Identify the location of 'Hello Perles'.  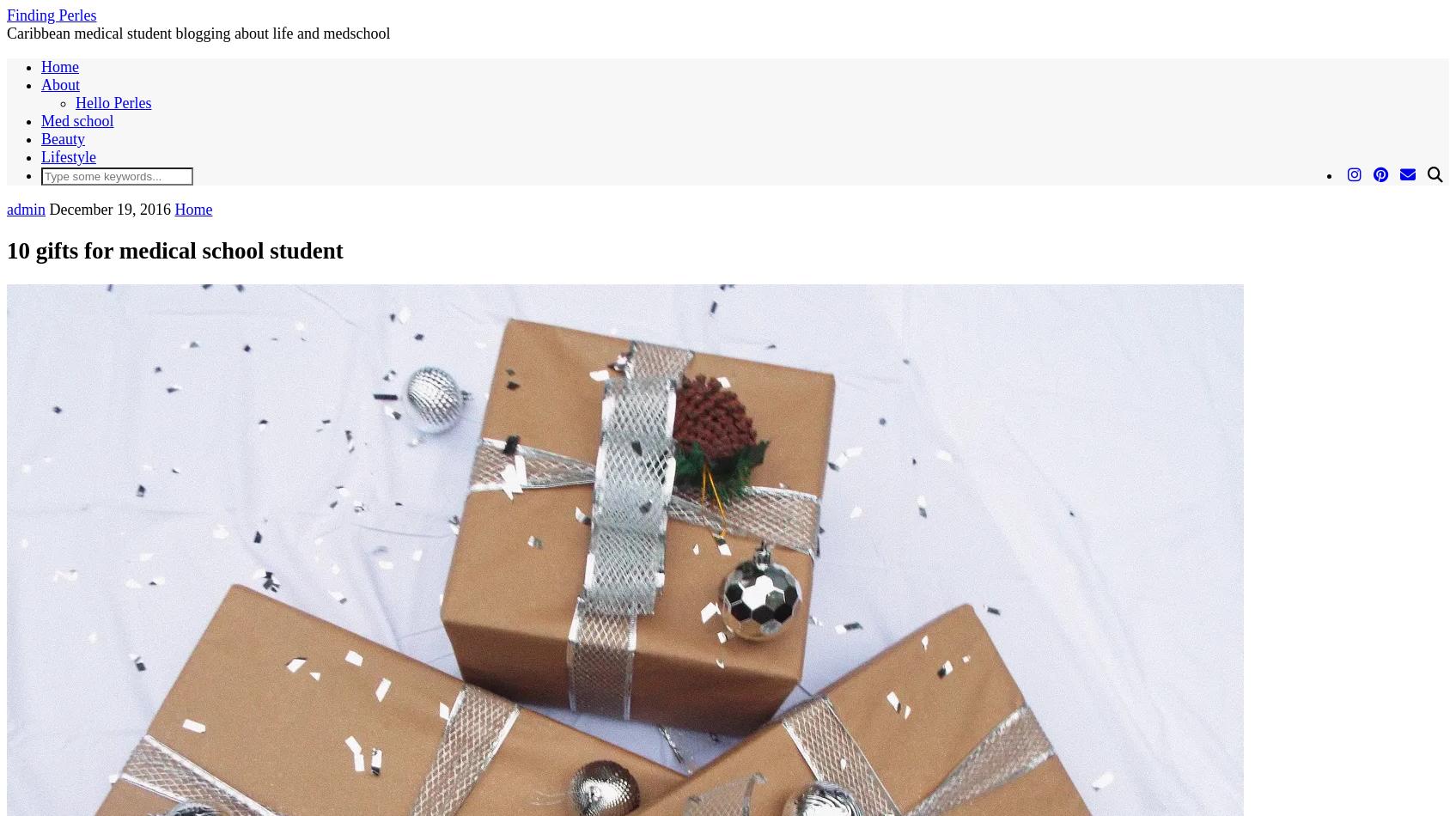
(113, 102).